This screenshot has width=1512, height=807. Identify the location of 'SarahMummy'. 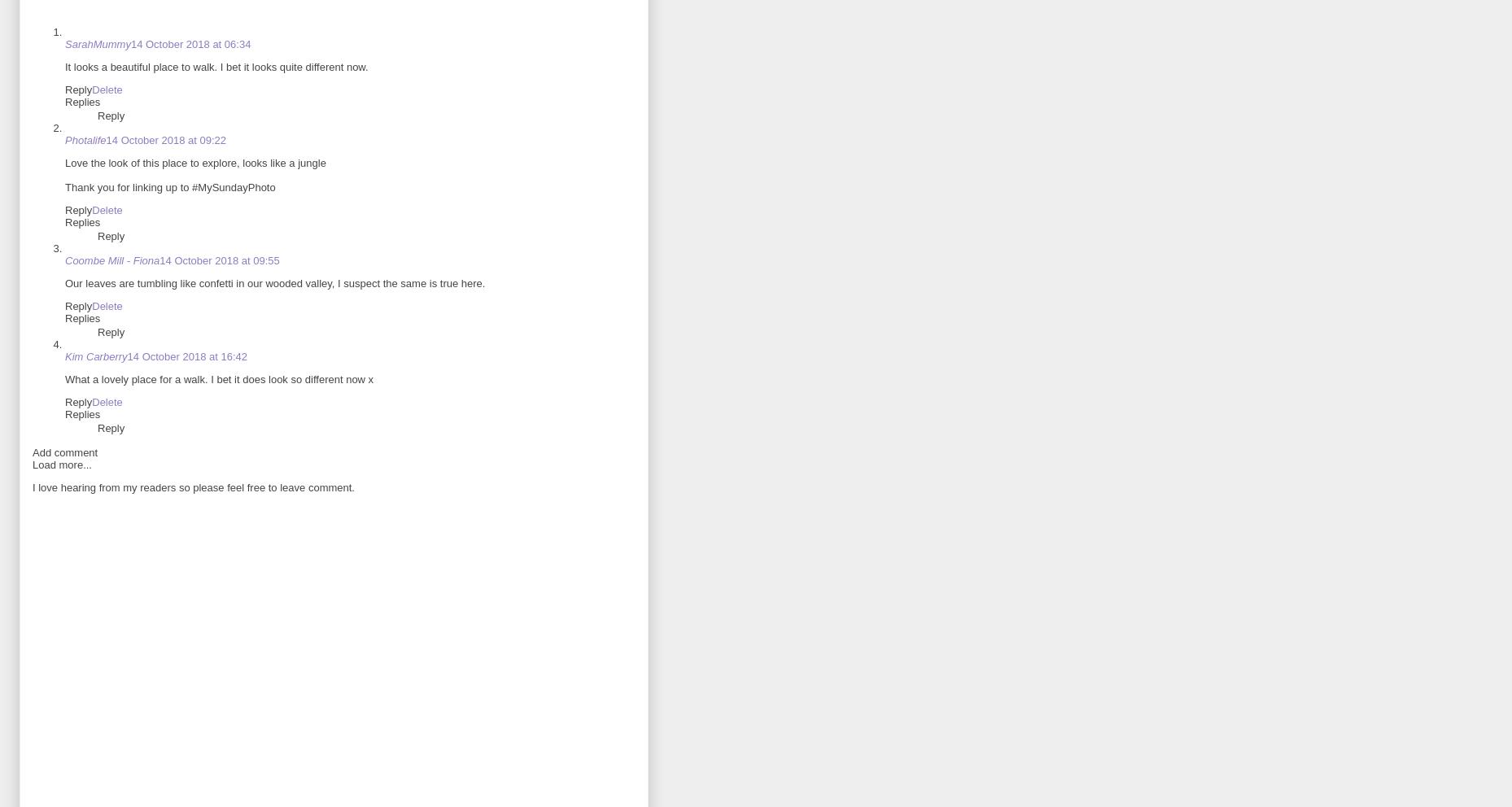
(98, 44).